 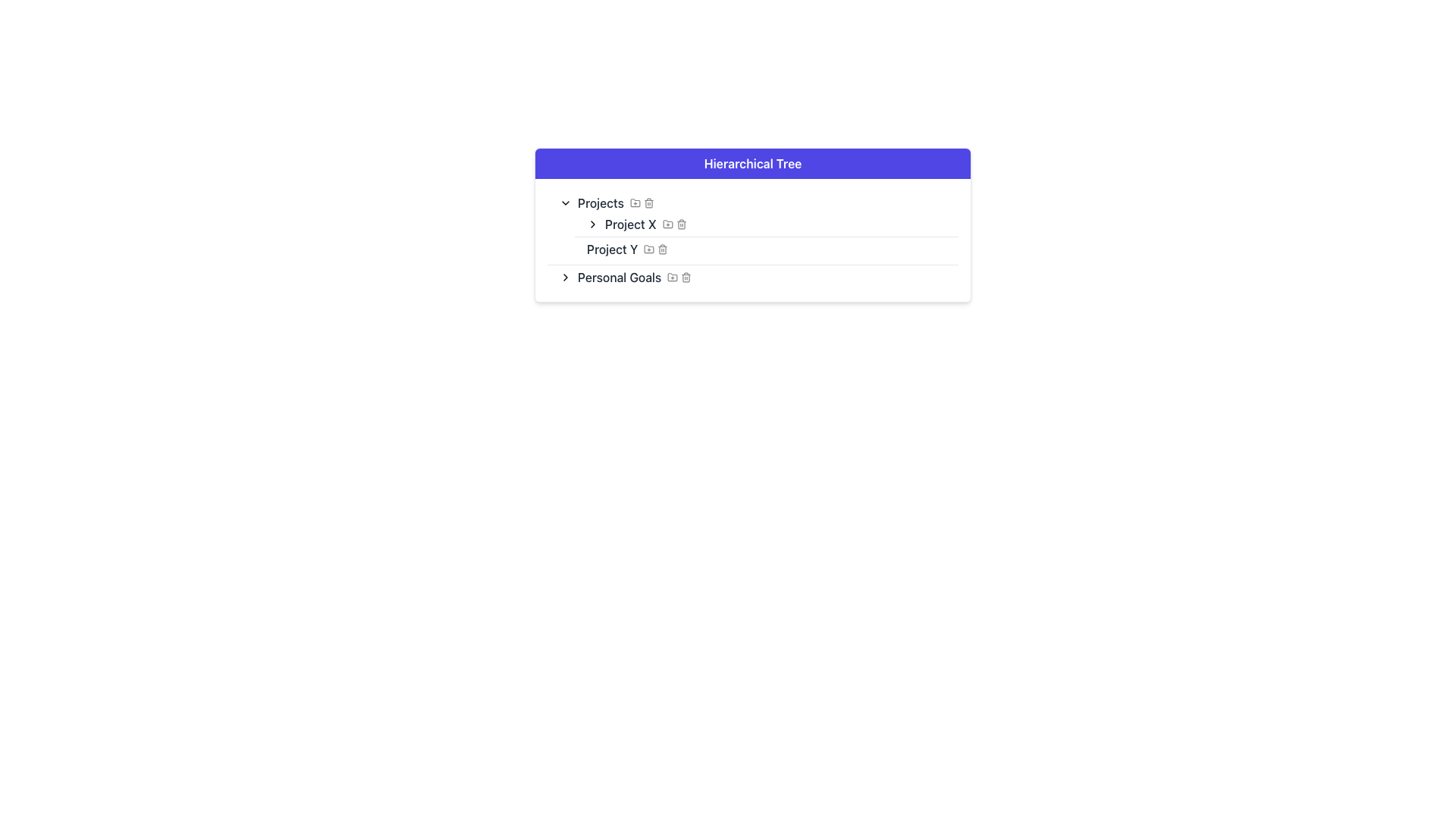 What do you see at coordinates (635, 202) in the screenshot?
I see `the folder icon with a plus sign` at bounding box center [635, 202].